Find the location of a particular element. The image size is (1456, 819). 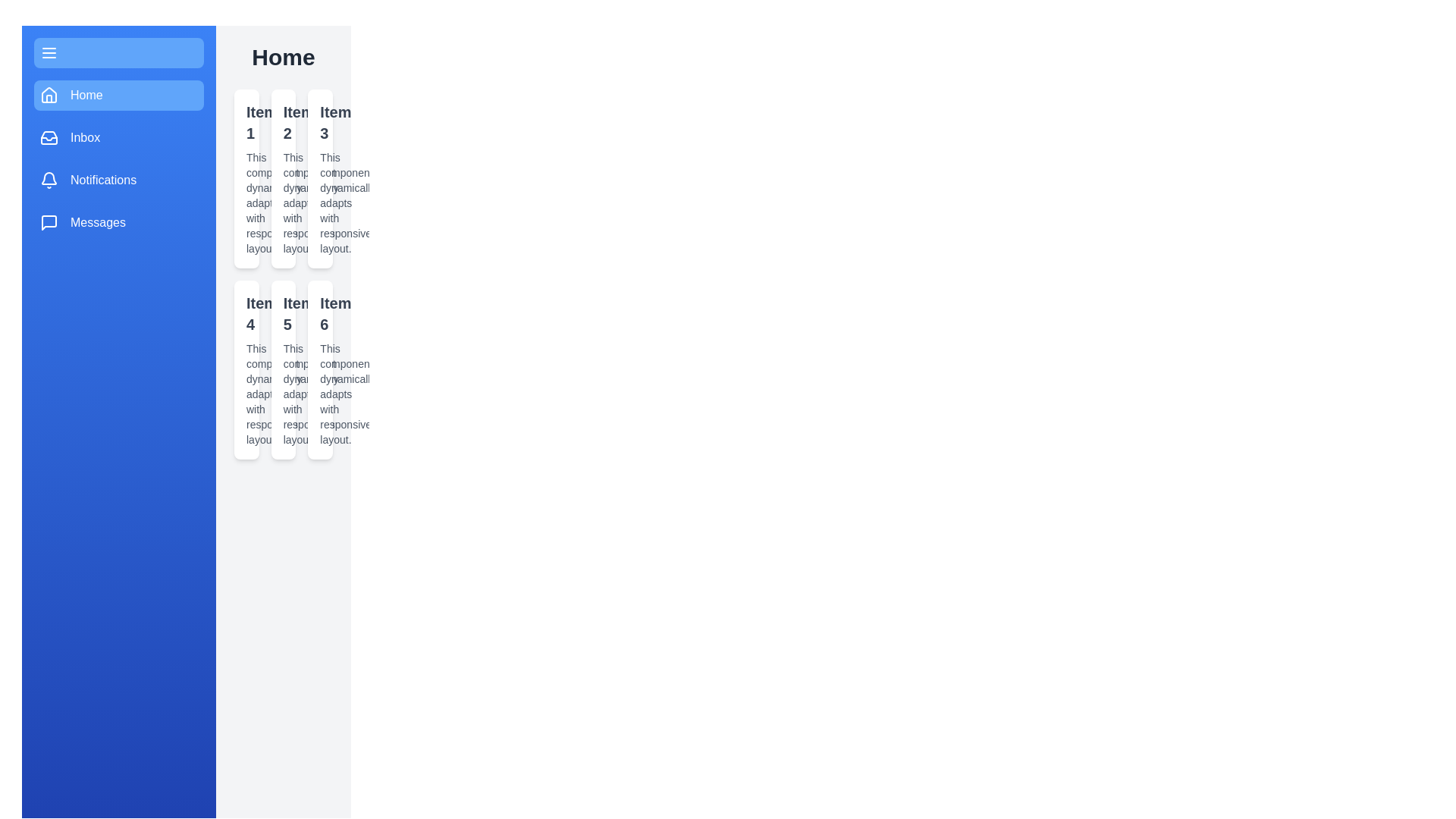

the 'Notifications' menu item in the navigation menu is located at coordinates (102, 180).